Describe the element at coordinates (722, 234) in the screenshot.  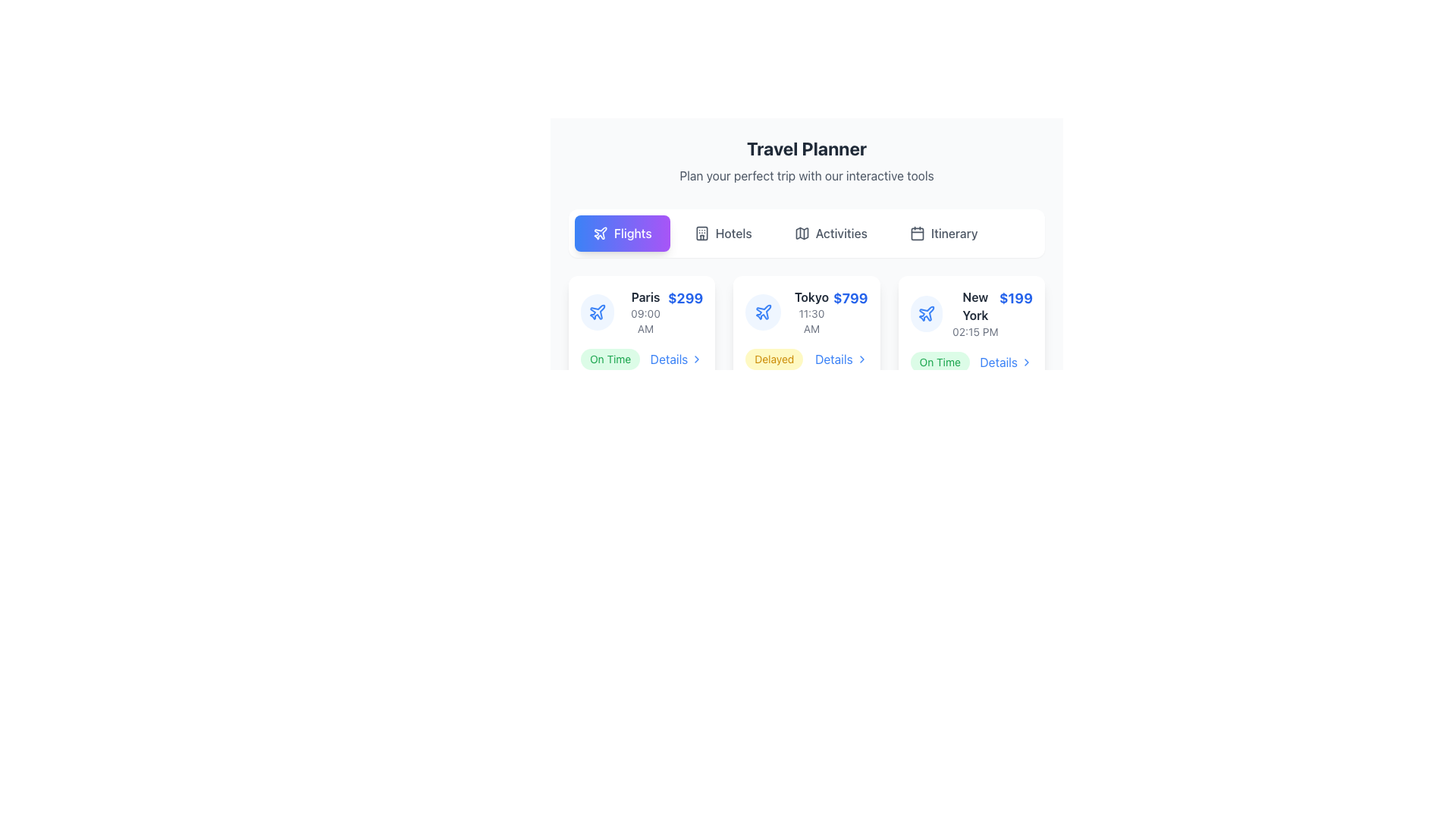
I see `the hotel details button located in the horizontal navigation bar` at that location.